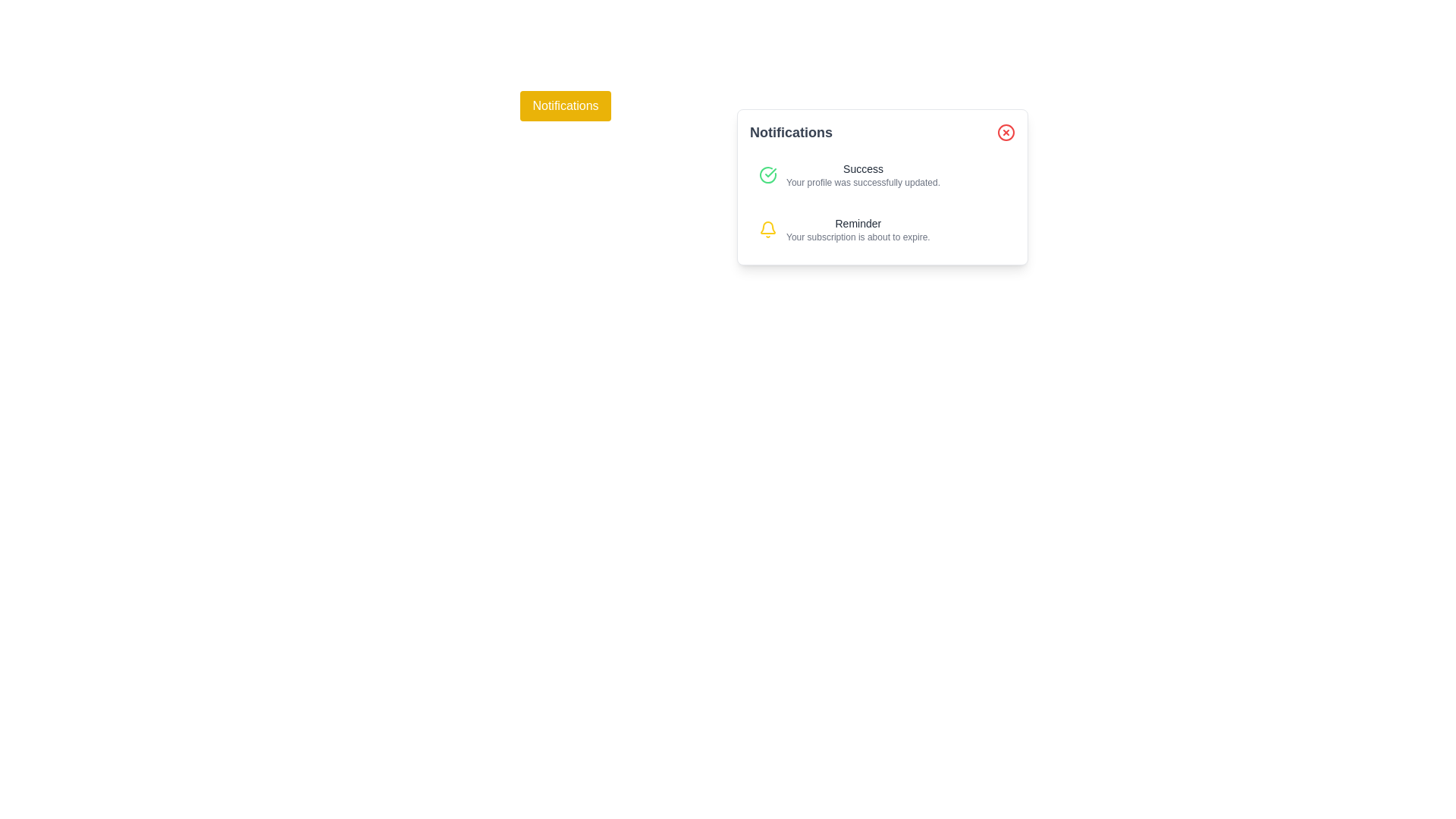 The width and height of the screenshot is (1456, 819). I want to click on the warning text label regarding subscription expiration, located below the 'Reminder' text within the notification card, so click(858, 237).